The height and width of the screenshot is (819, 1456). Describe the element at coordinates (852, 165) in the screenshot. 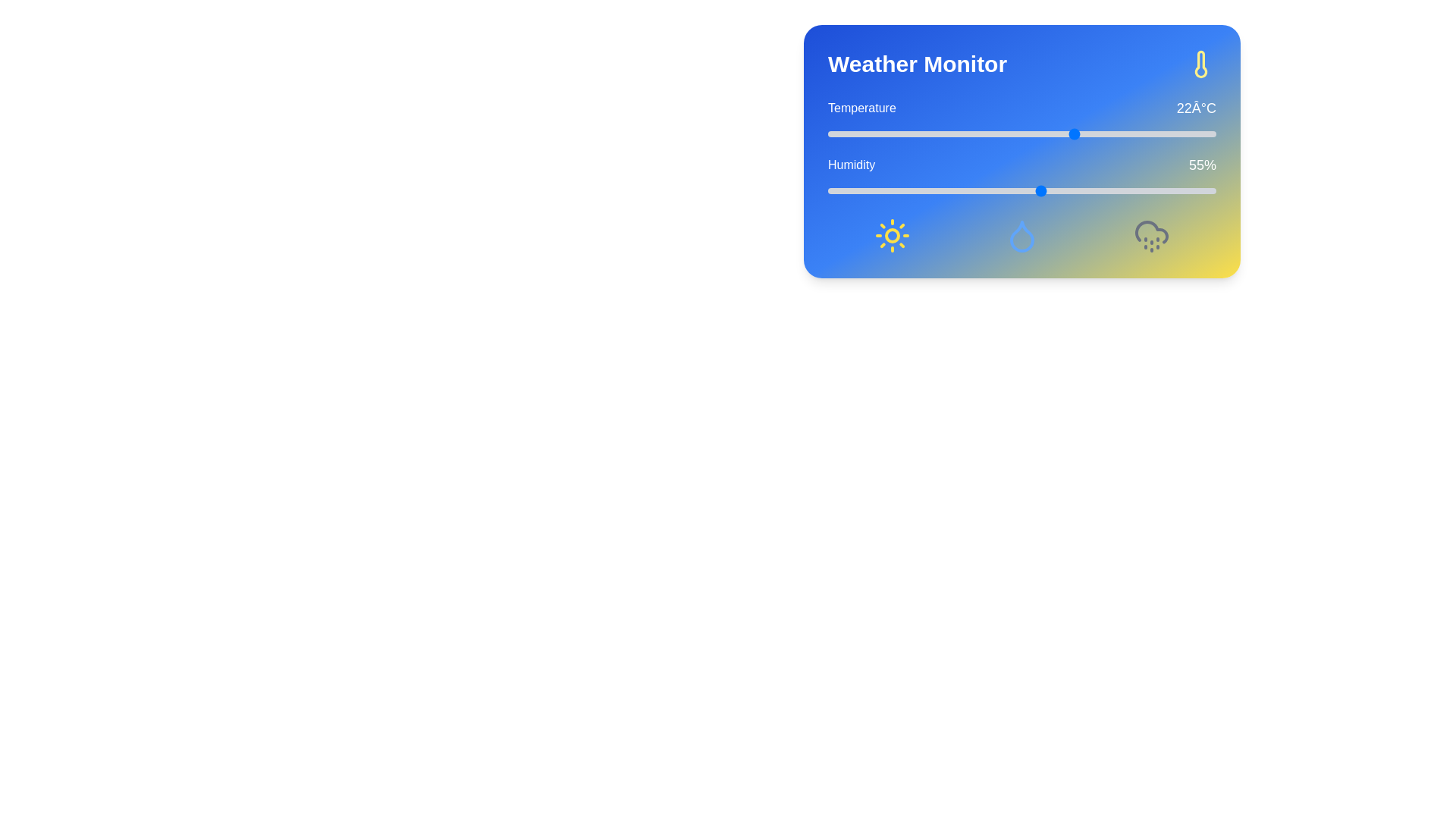

I see `the text 'Humidity' by clicking on its center` at that location.